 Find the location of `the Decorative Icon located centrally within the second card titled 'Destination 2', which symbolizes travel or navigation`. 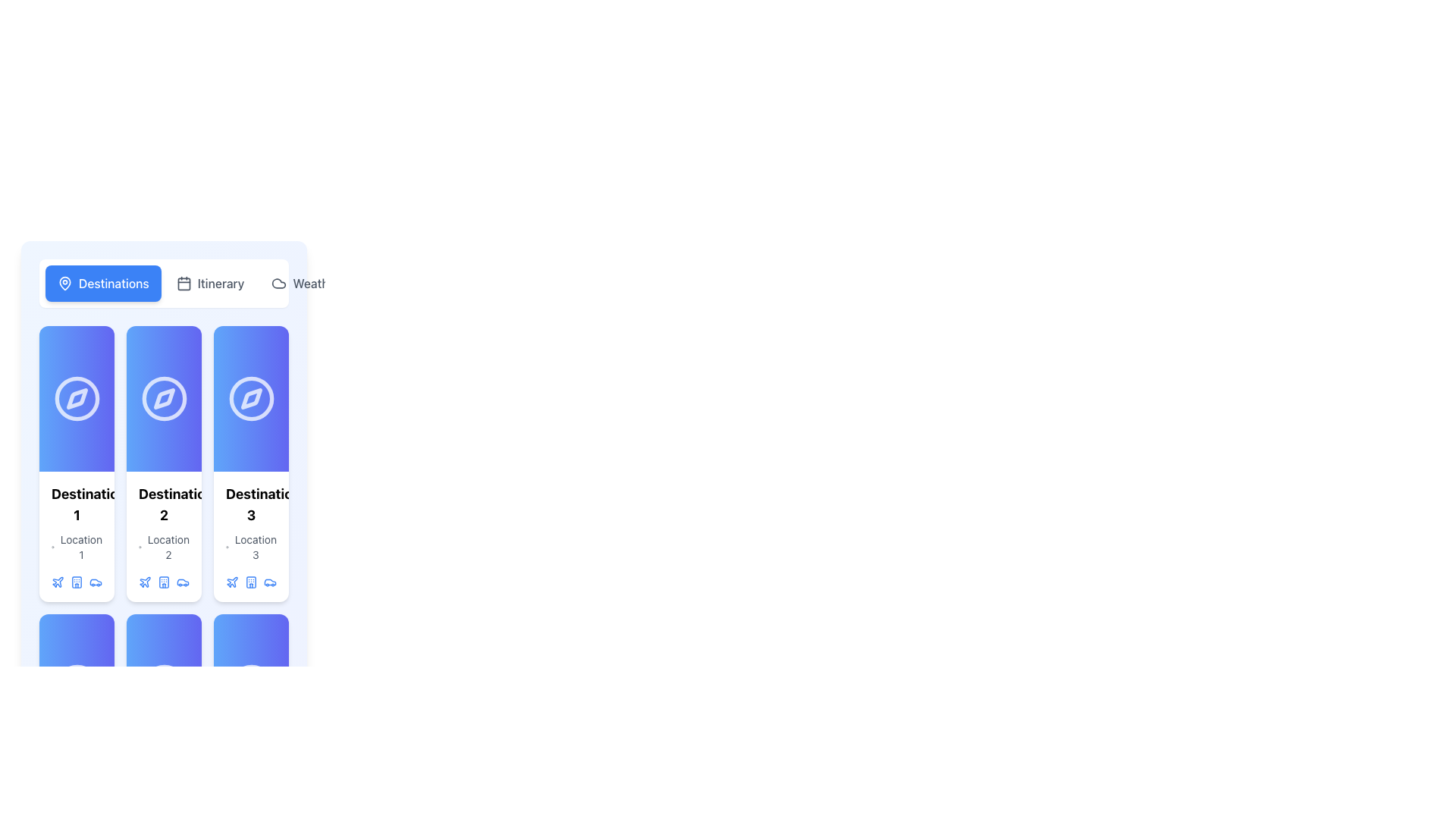

the Decorative Icon located centrally within the second card titled 'Destination 2', which symbolizes travel or navigation is located at coordinates (164, 397).